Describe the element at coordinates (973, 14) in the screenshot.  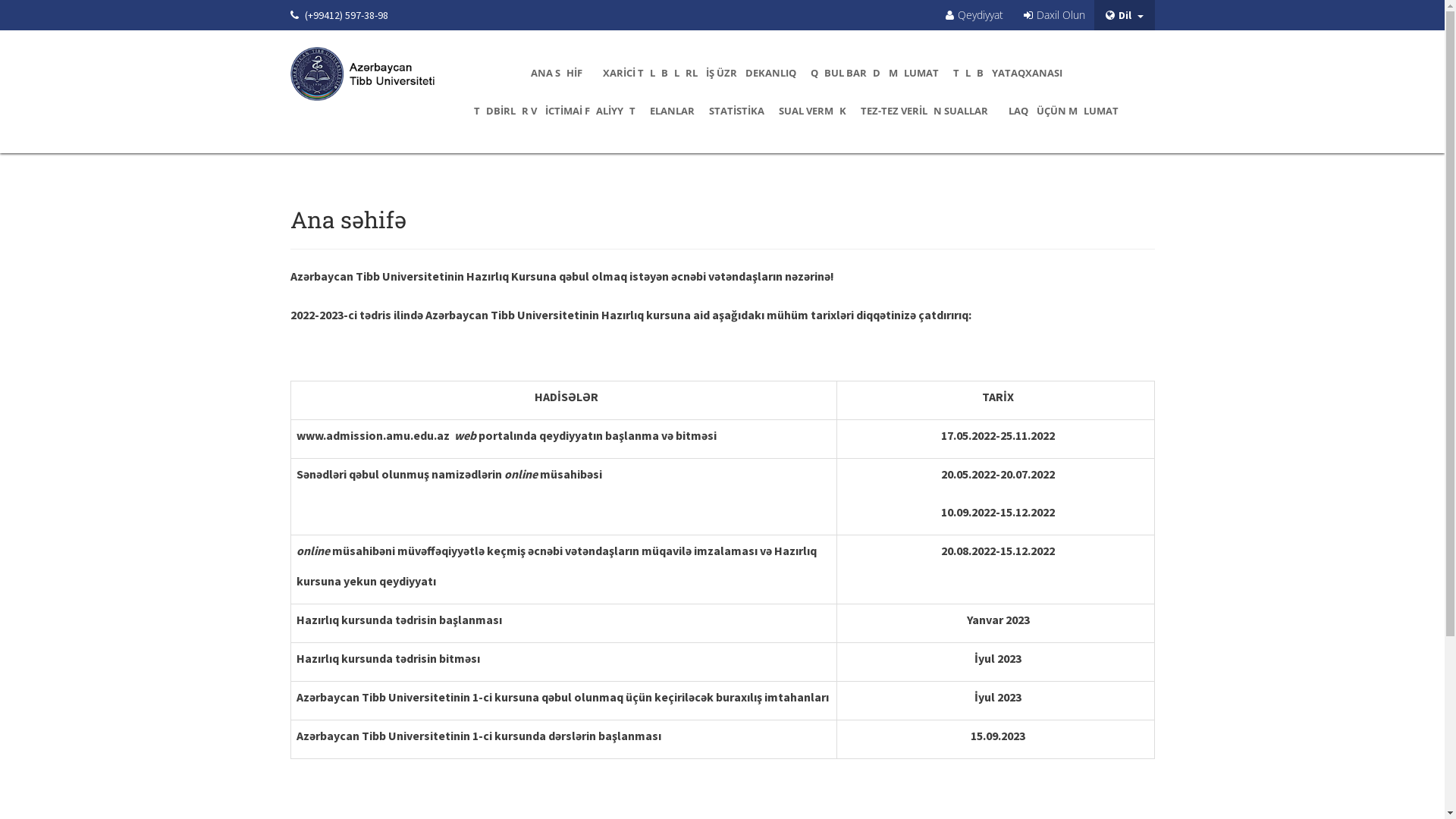
I see `'Qeydiyyat'` at that location.